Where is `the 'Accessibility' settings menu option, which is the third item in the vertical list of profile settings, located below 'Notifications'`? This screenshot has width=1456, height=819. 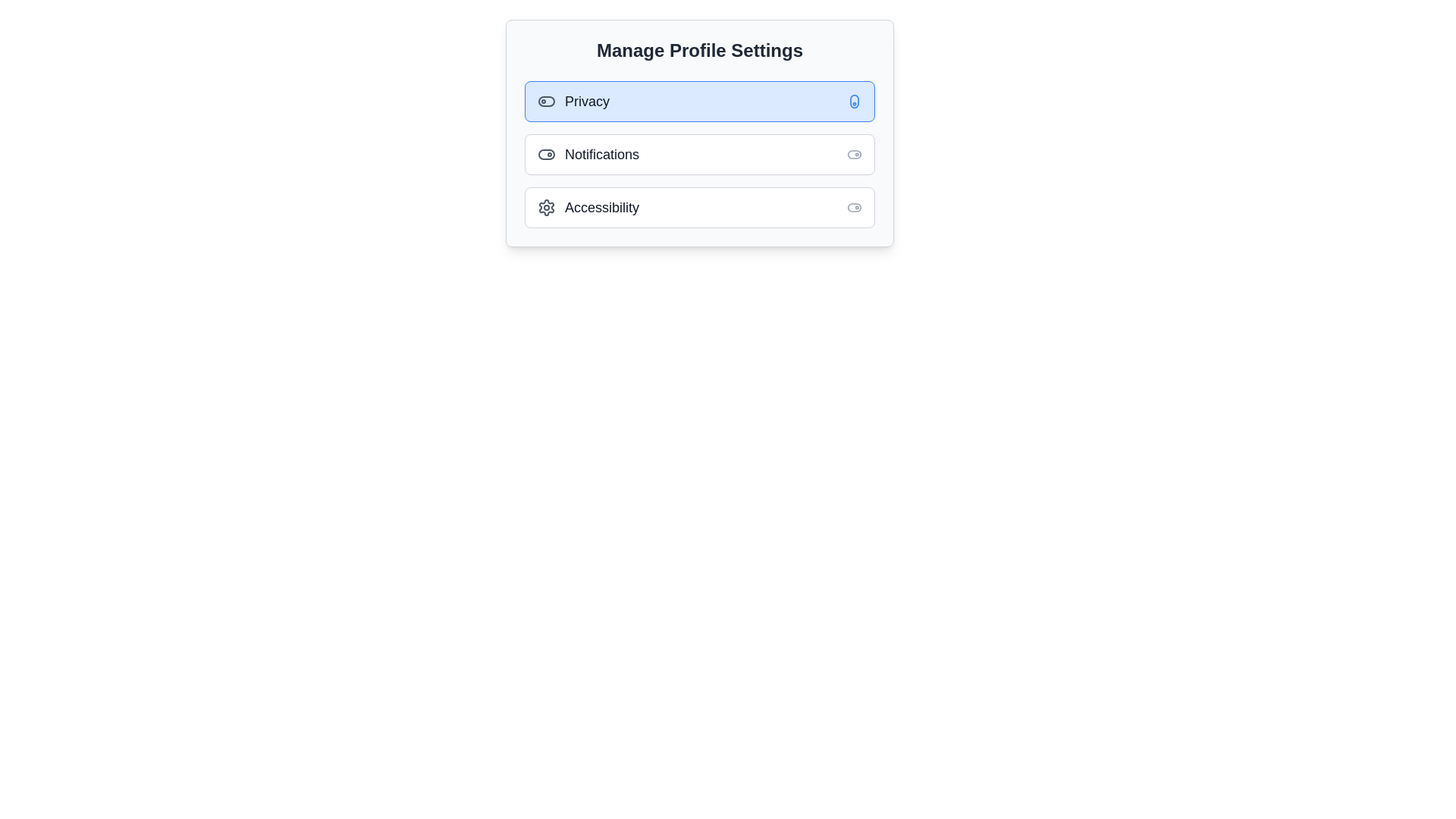 the 'Accessibility' settings menu option, which is the third item in the vertical list of profile settings, located below 'Notifications' is located at coordinates (588, 207).